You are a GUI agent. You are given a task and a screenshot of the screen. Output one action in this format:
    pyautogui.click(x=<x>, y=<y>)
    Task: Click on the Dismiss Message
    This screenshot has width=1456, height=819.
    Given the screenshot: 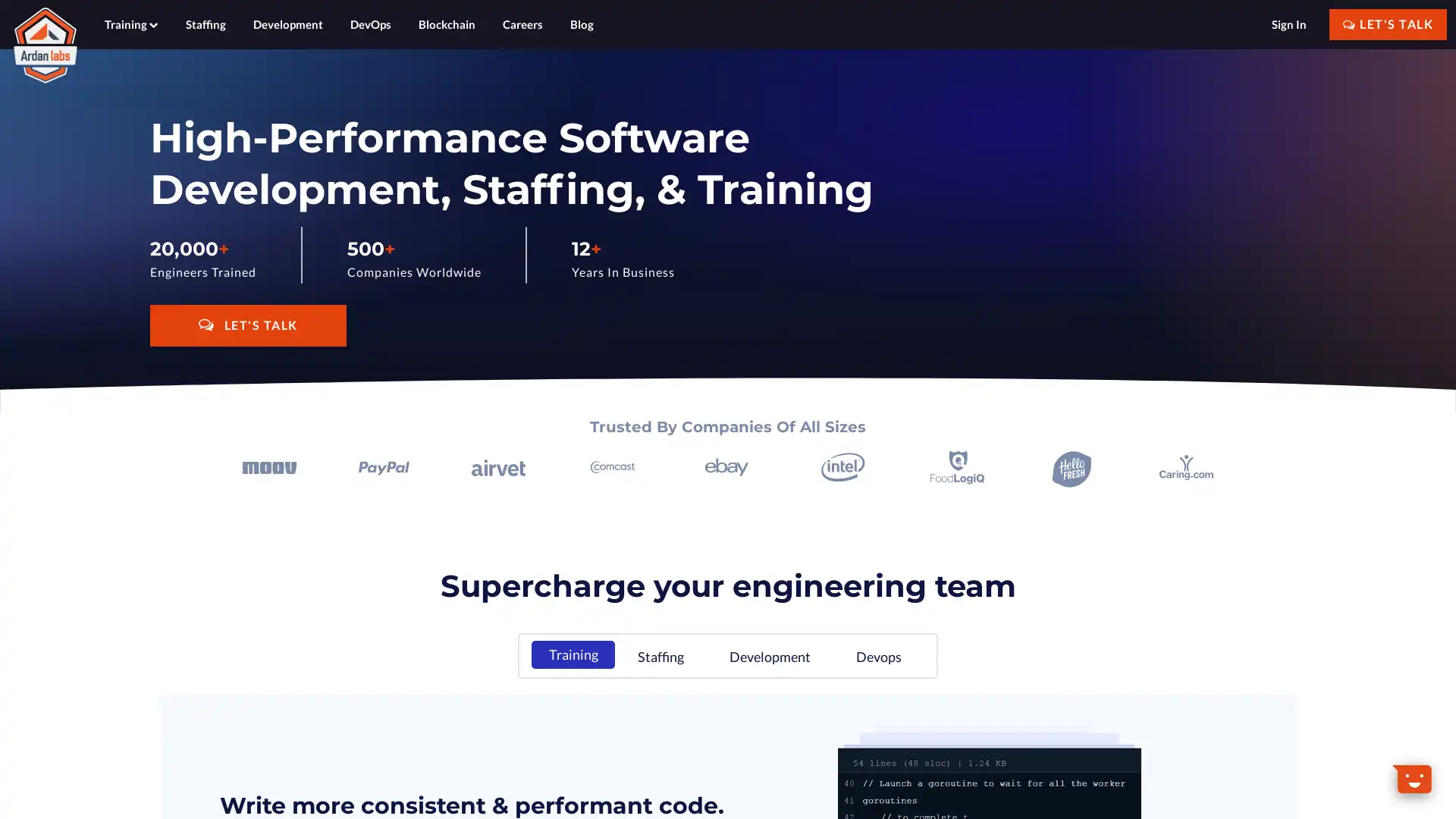 What is the action you would take?
    pyautogui.click(x=1376, y=761)
    